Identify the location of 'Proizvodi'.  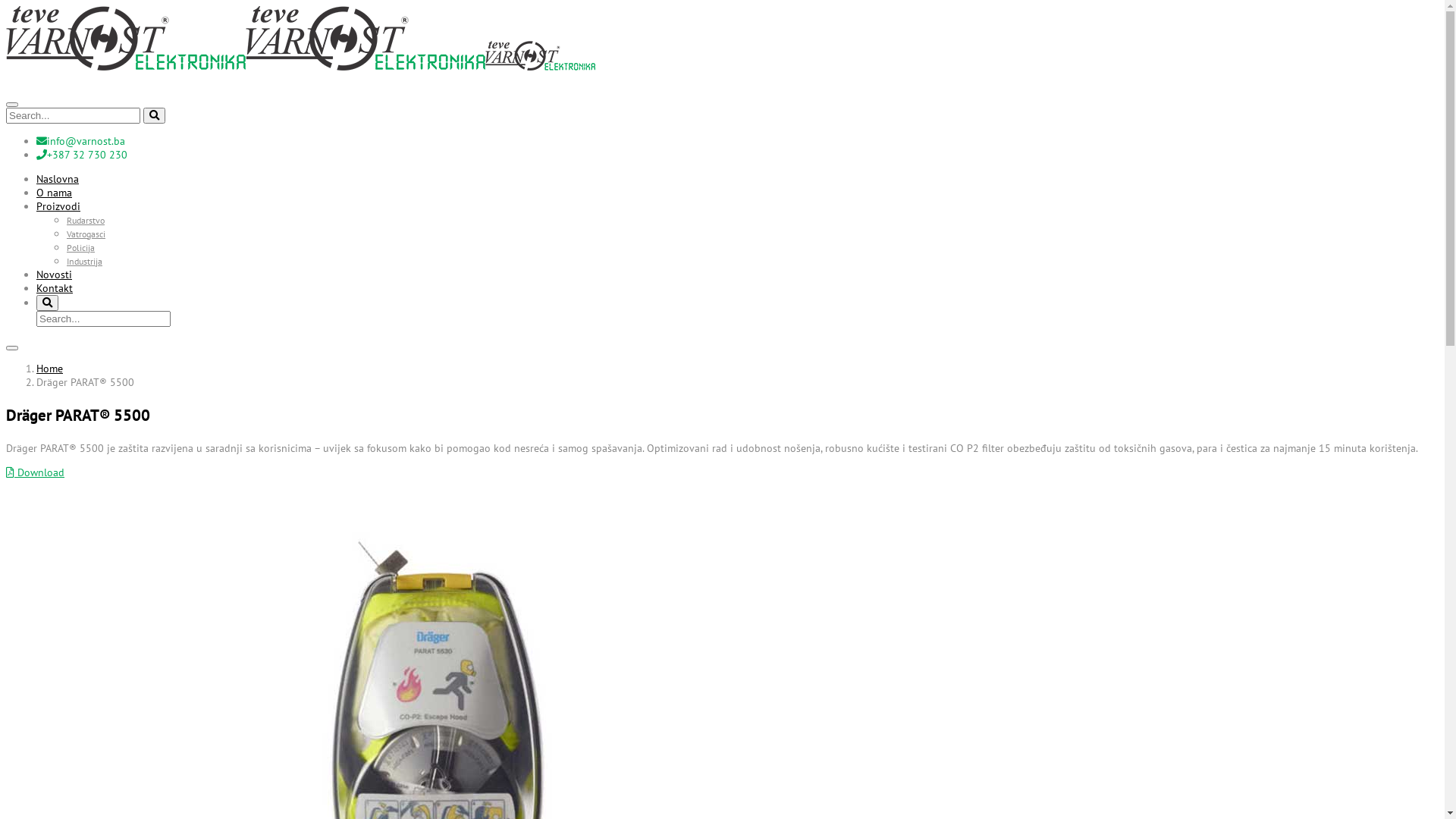
(58, 205).